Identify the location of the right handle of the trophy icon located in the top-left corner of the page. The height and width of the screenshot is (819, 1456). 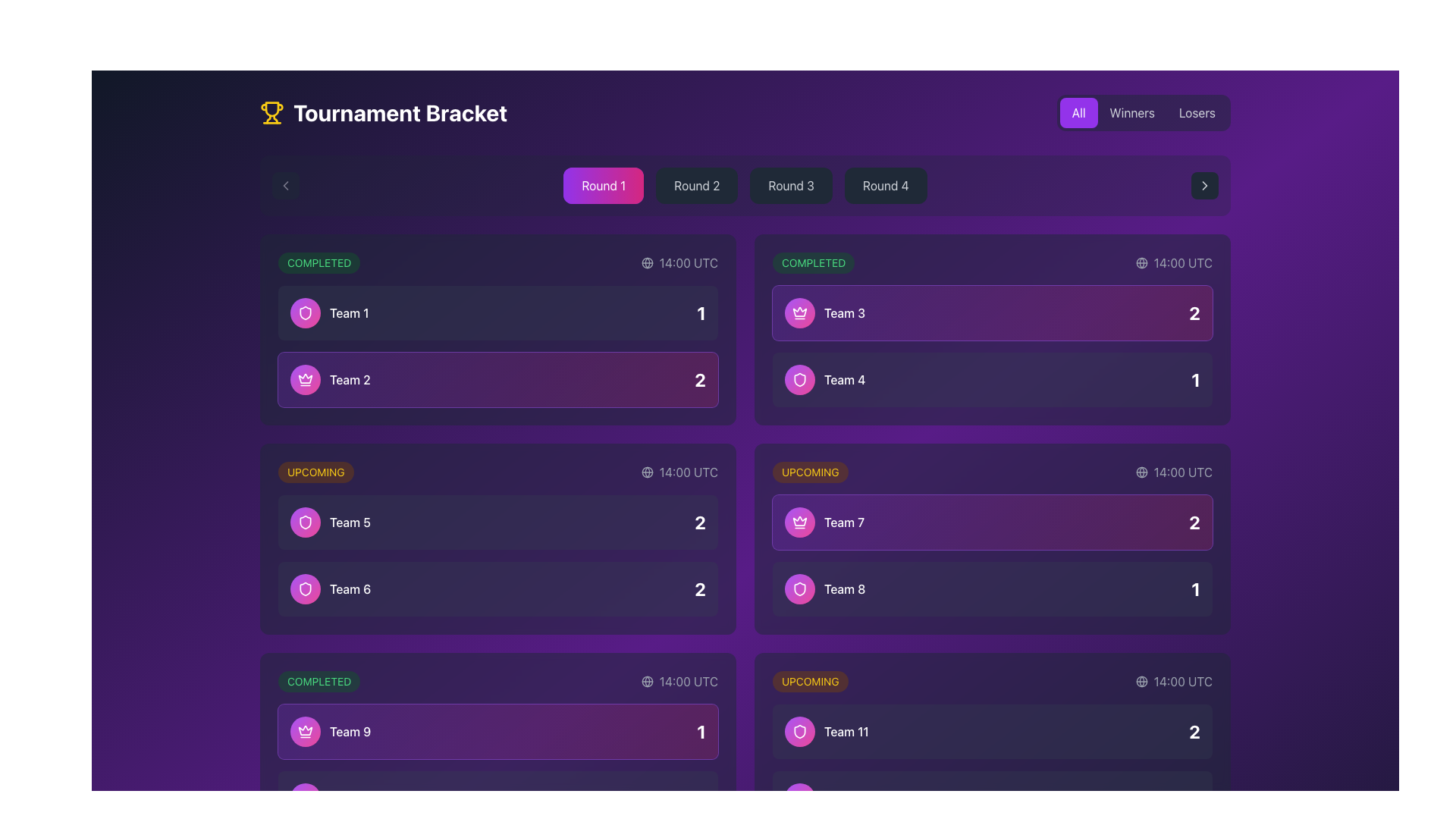
(275, 118).